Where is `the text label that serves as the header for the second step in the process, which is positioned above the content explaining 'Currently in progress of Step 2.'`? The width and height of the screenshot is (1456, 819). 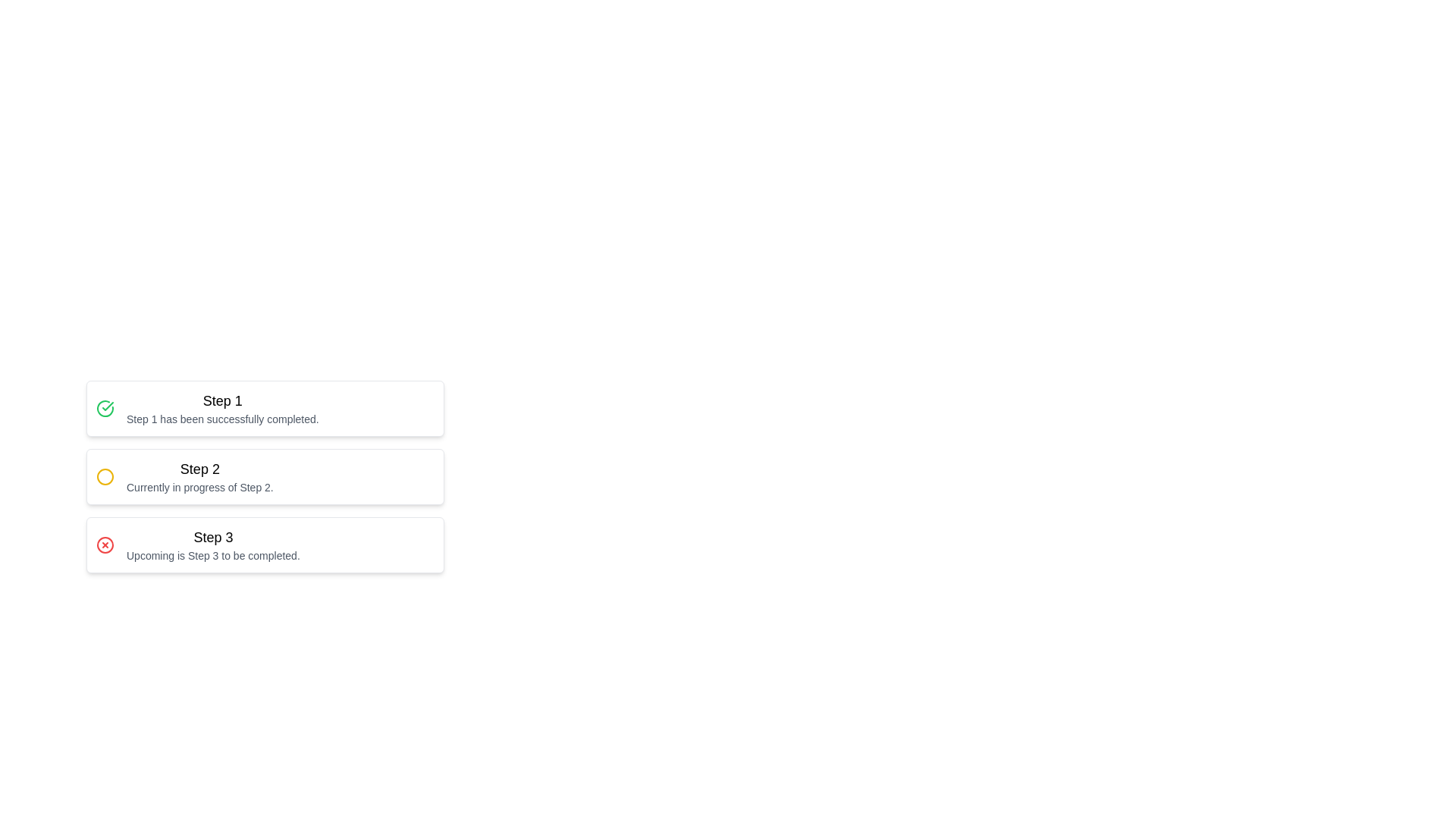
the text label that serves as the header for the second step in the process, which is positioned above the content explaining 'Currently in progress of Step 2.' is located at coordinates (199, 468).